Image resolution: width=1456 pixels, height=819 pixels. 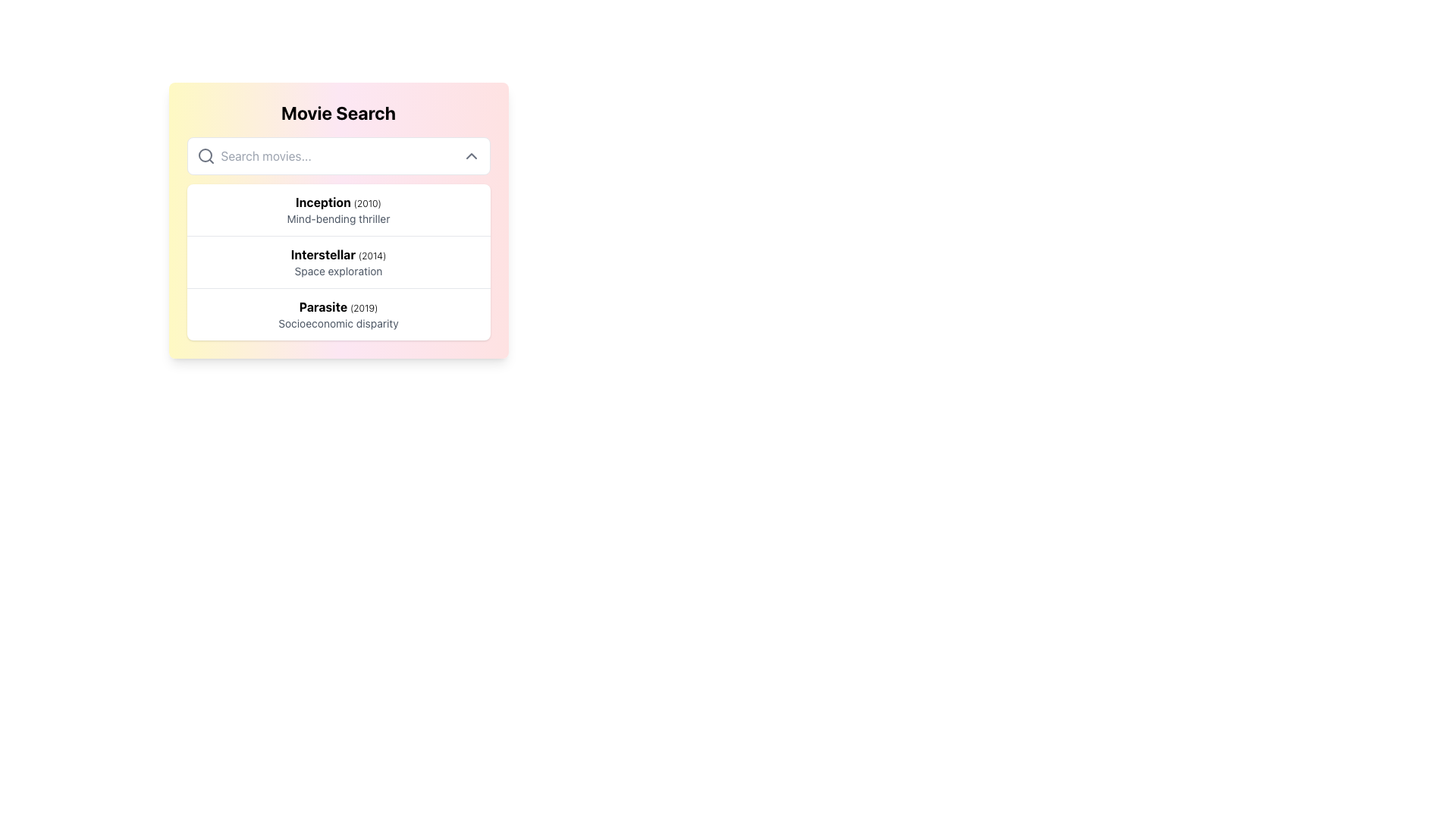 What do you see at coordinates (470, 155) in the screenshot?
I see `the upward-facing chevron icon button located at the far right of the 'Movie Search' rectangular search bar` at bounding box center [470, 155].